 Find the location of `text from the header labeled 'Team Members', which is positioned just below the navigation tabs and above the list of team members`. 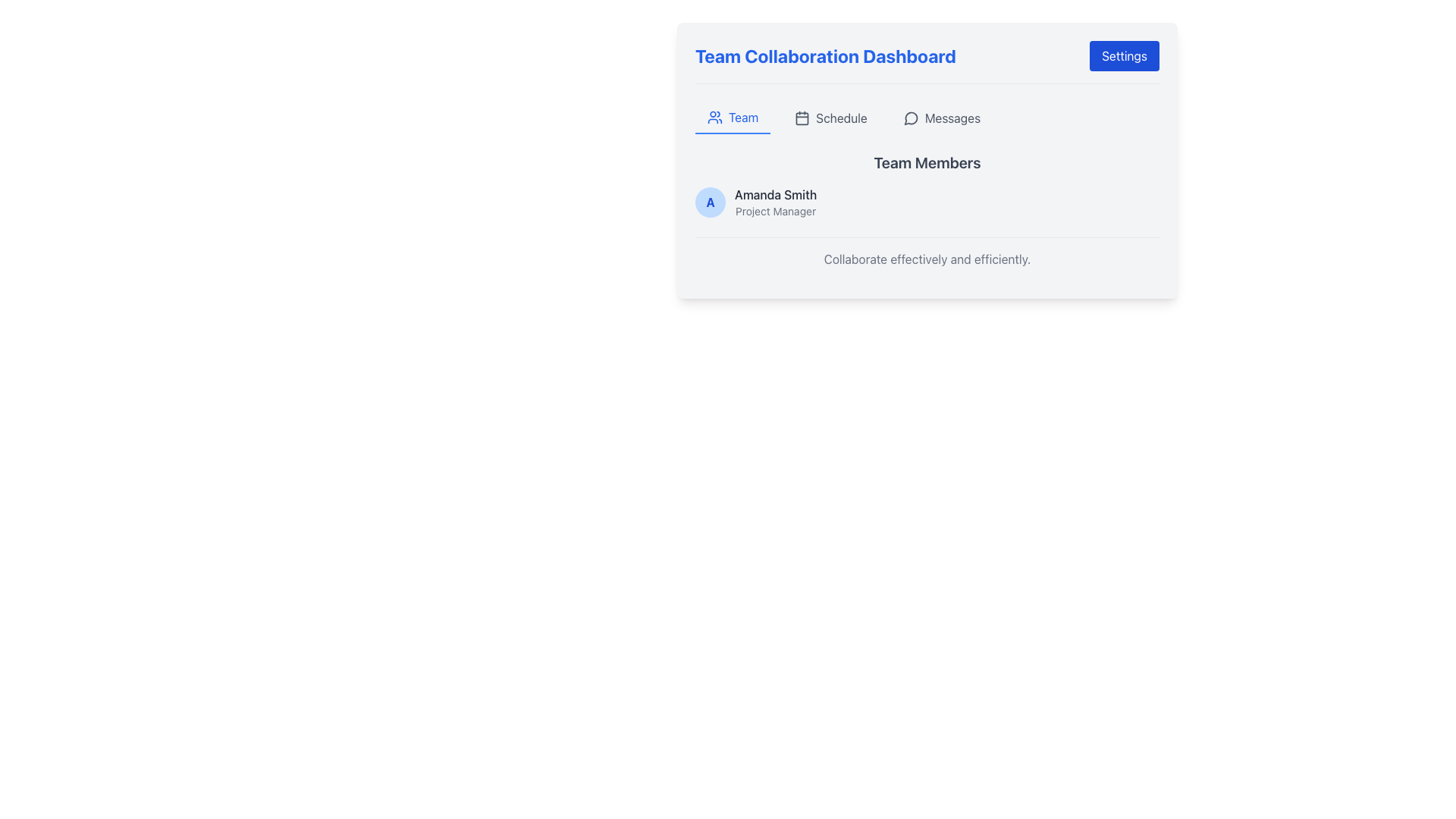

text from the header labeled 'Team Members', which is positioned just below the navigation tabs and above the list of team members is located at coordinates (927, 163).